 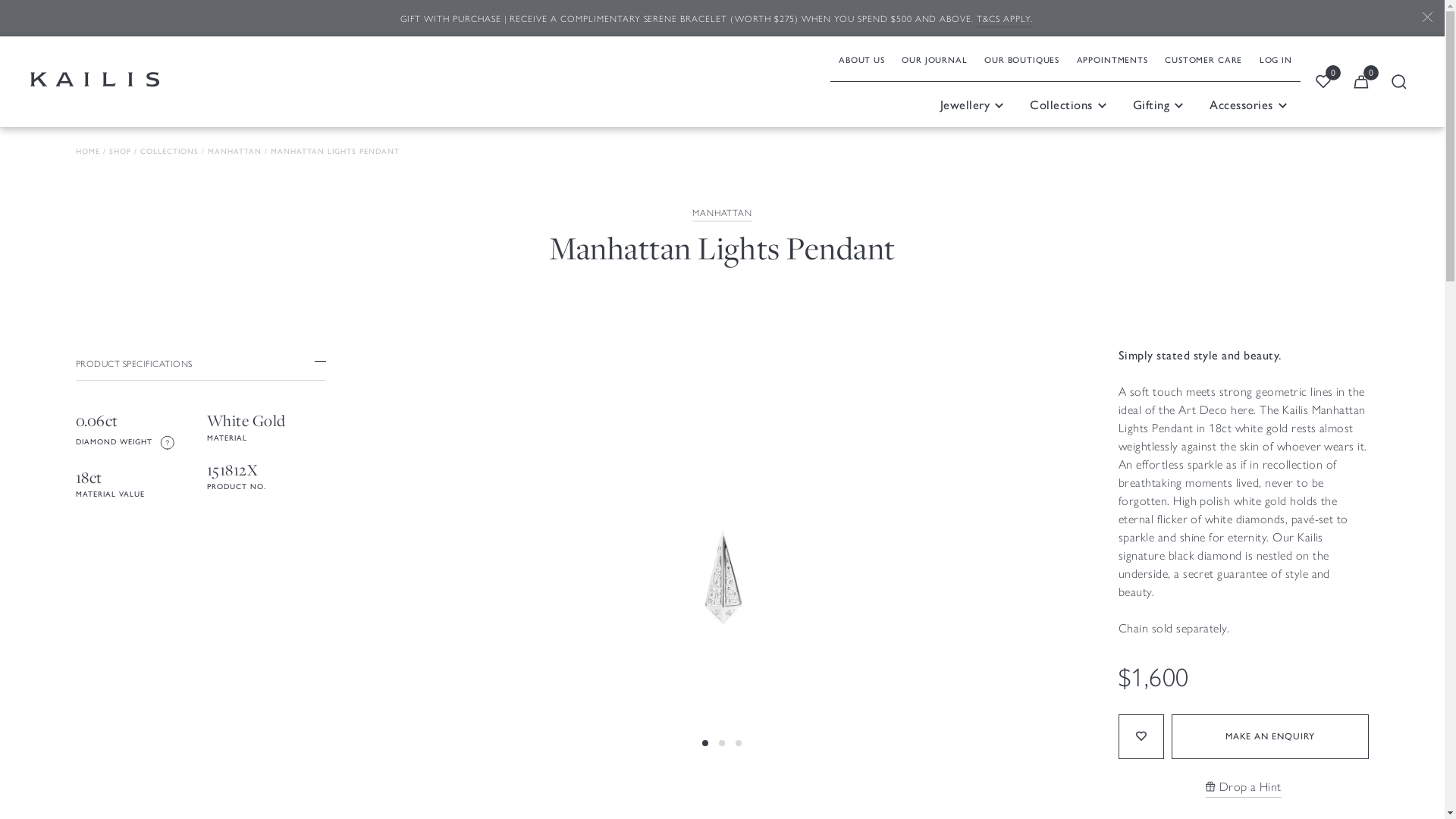 What do you see at coordinates (1068, 104) in the screenshot?
I see `'Collections'` at bounding box center [1068, 104].